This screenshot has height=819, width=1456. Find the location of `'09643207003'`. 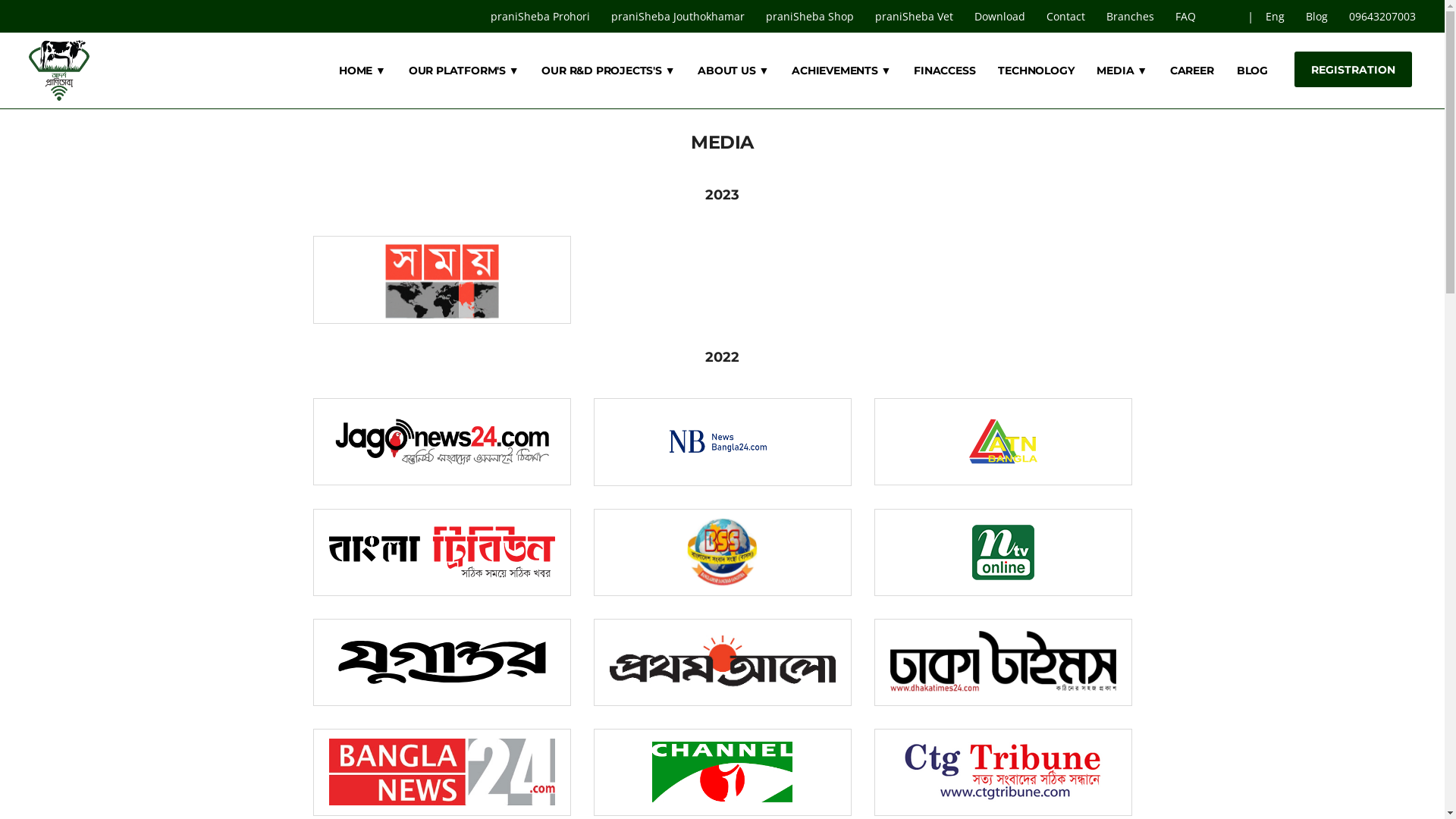

'09643207003' is located at coordinates (1339, 16).